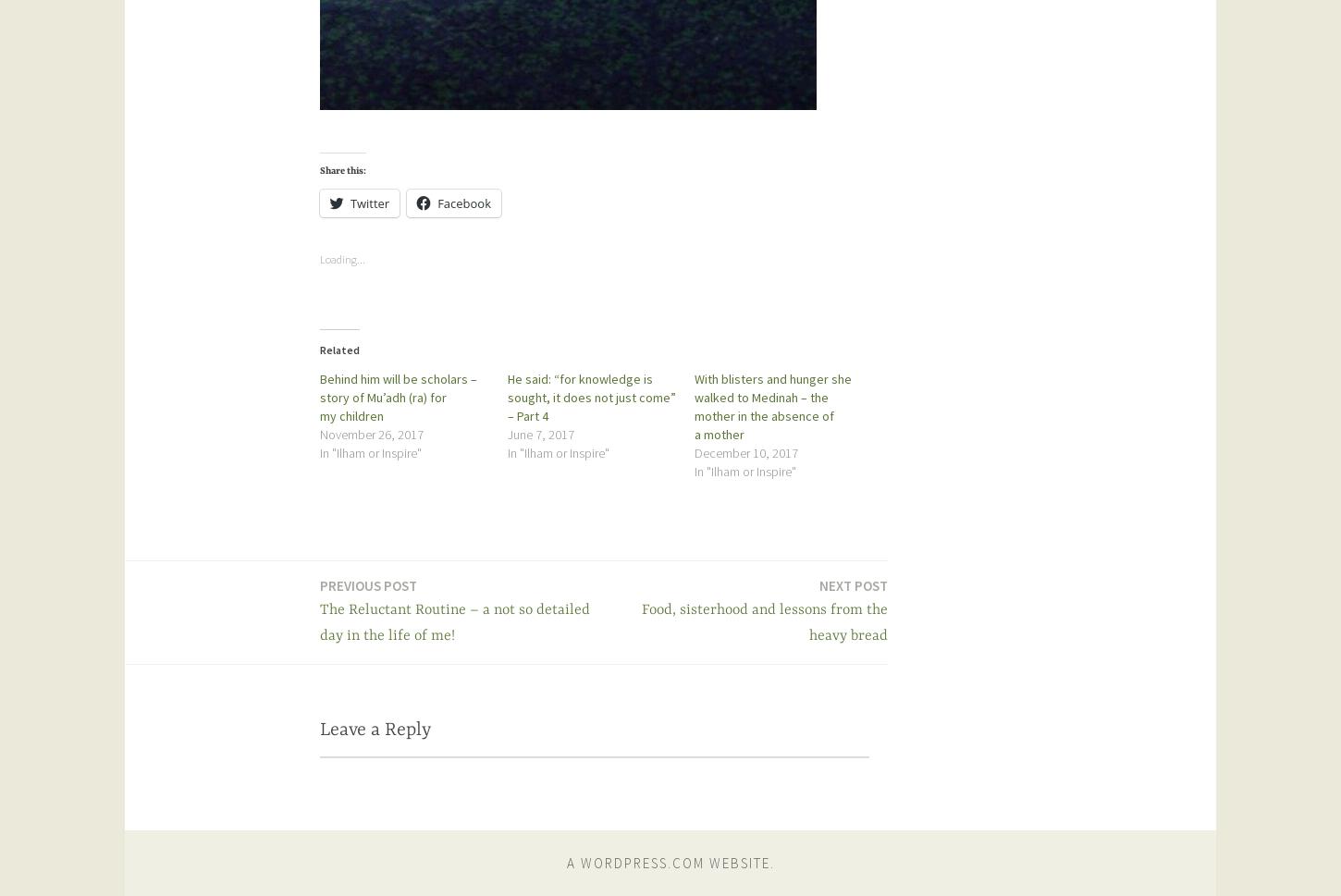  What do you see at coordinates (338, 349) in the screenshot?
I see `'Related'` at bounding box center [338, 349].